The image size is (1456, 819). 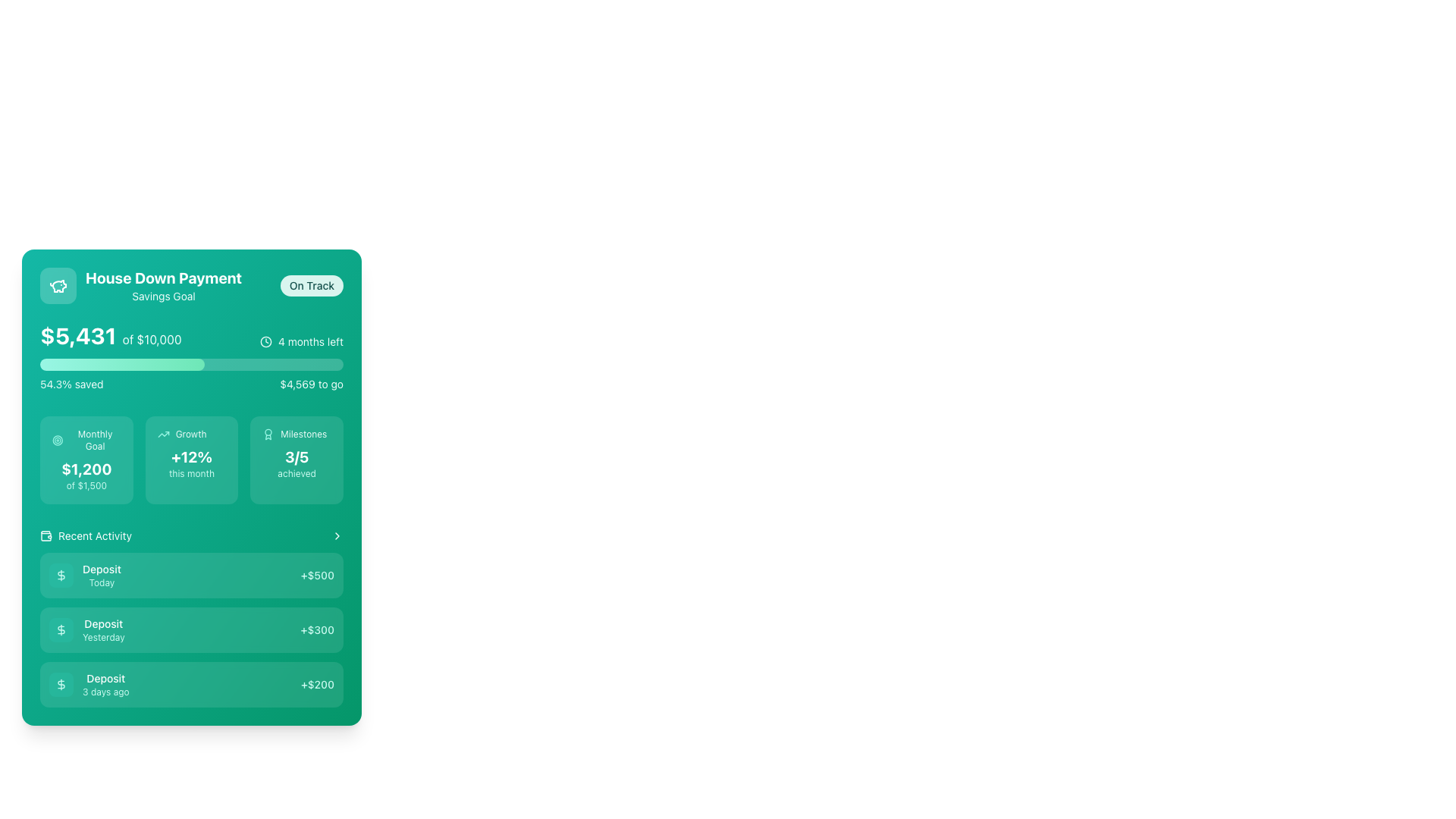 I want to click on the horizontal progress bar with a gradient fill that is located below the text '$5,431 of $10,000' and above the indicators '54.3% saved' and '$4,569 to go', so click(x=191, y=365).